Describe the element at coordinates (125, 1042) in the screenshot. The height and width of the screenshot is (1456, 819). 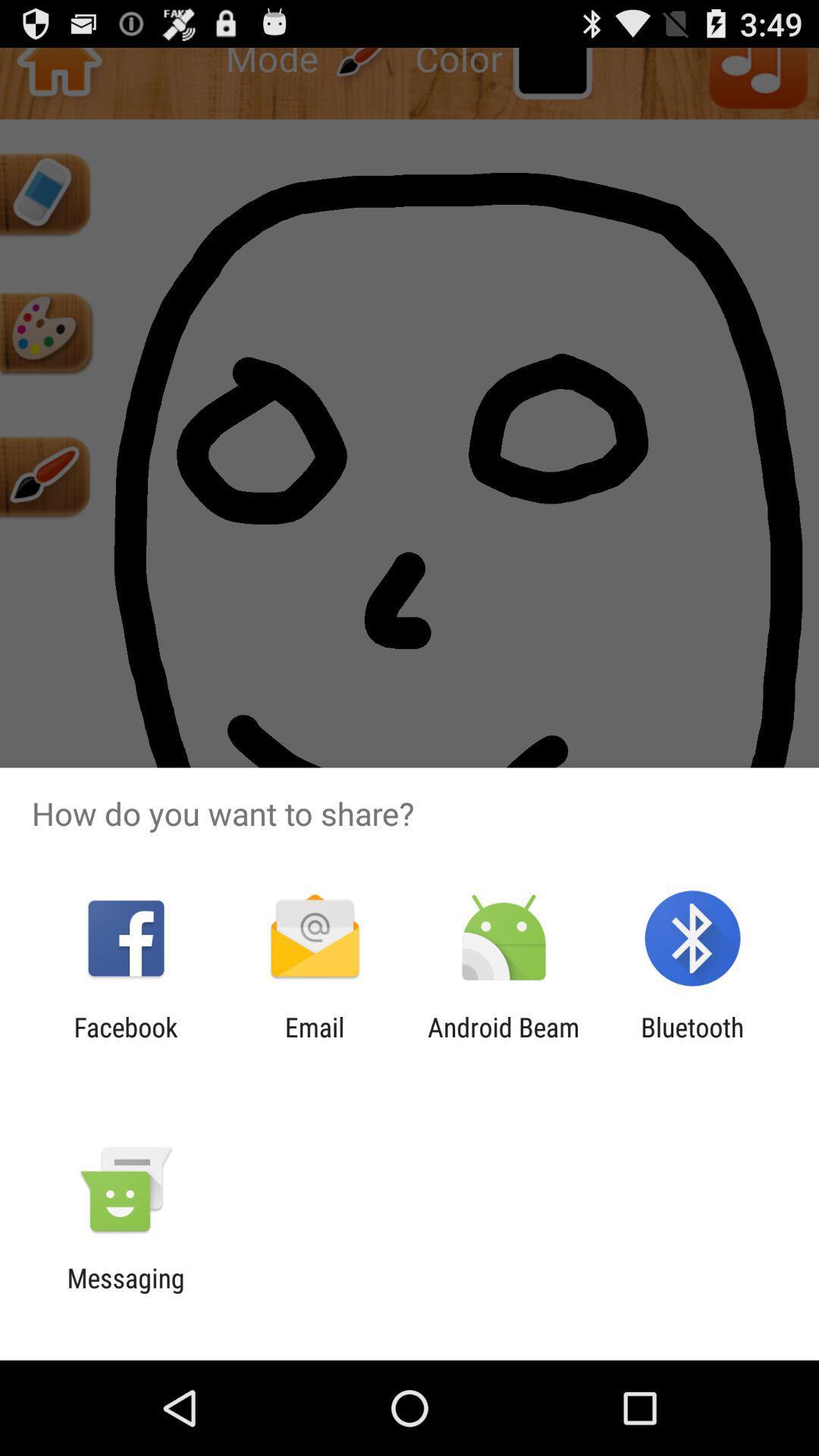
I see `icon next to the email` at that location.